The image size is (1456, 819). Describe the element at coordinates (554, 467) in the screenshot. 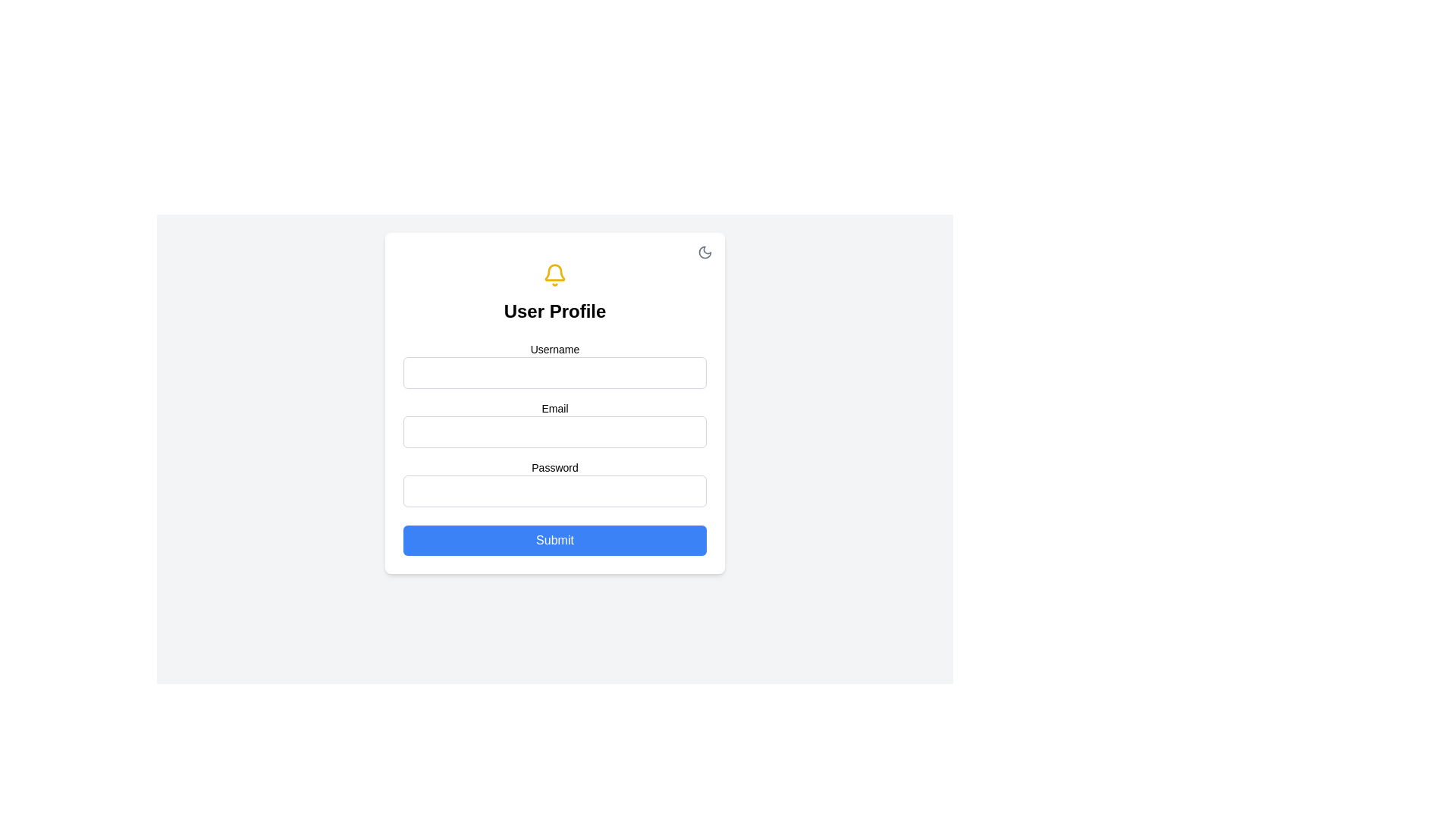

I see `the 'Password' label element, which is styled in a smaller font and positioned above the password input field in the form` at that location.